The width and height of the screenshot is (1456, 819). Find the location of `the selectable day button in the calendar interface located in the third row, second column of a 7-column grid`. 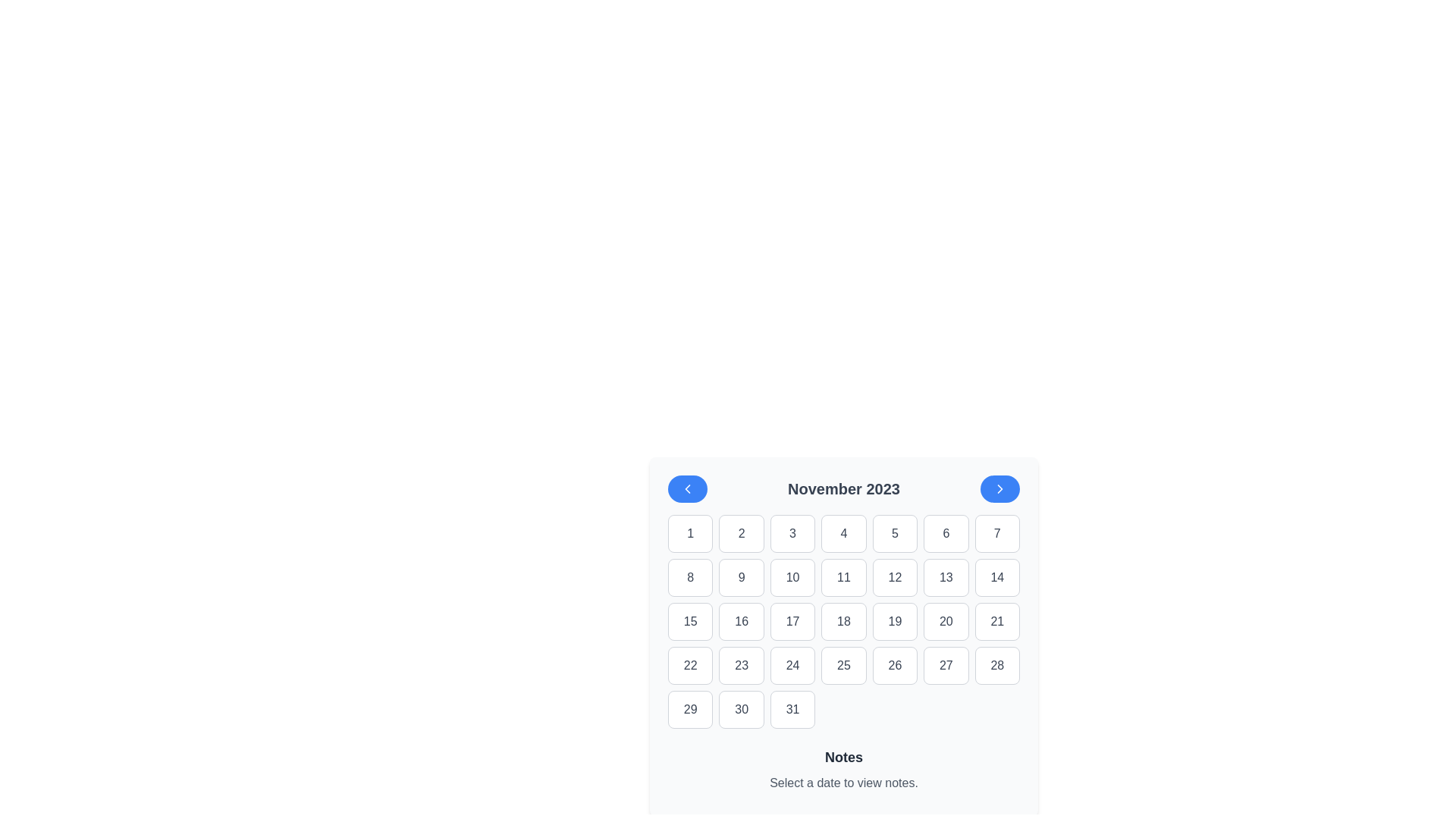

the selectable day button in the calendar interface located in the third row, second column of a 7-column grid is located at coordinates (742, 622).